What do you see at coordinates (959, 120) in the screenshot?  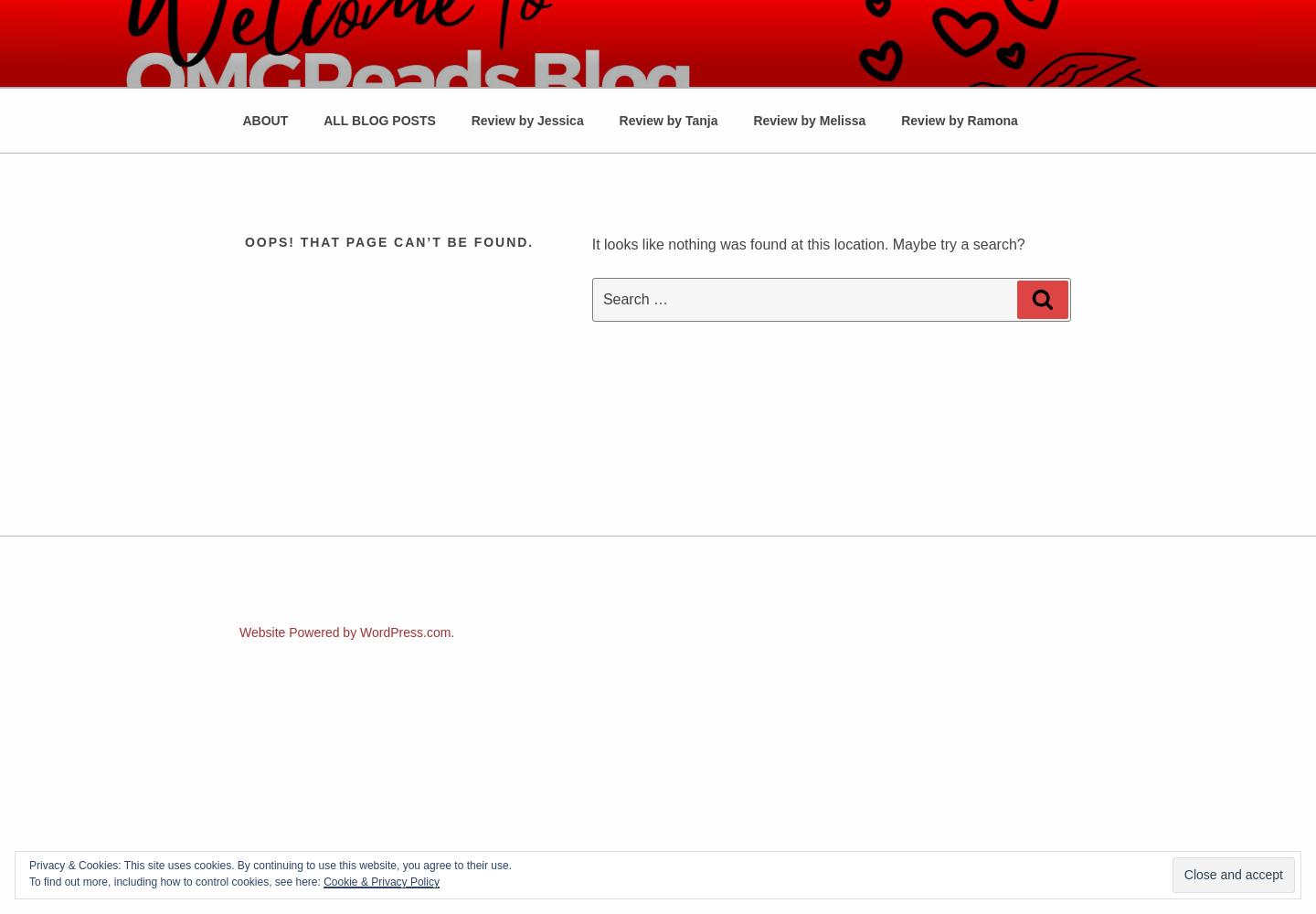 I see `'Review by Ramona'` at bounding box center [959, 120].